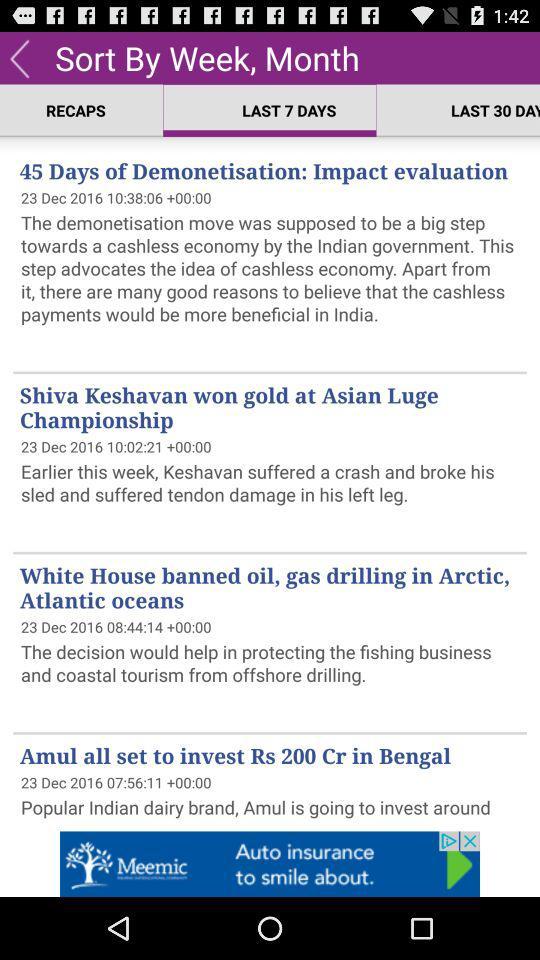  I want to click on opens the advertisement, so click(270, 863).